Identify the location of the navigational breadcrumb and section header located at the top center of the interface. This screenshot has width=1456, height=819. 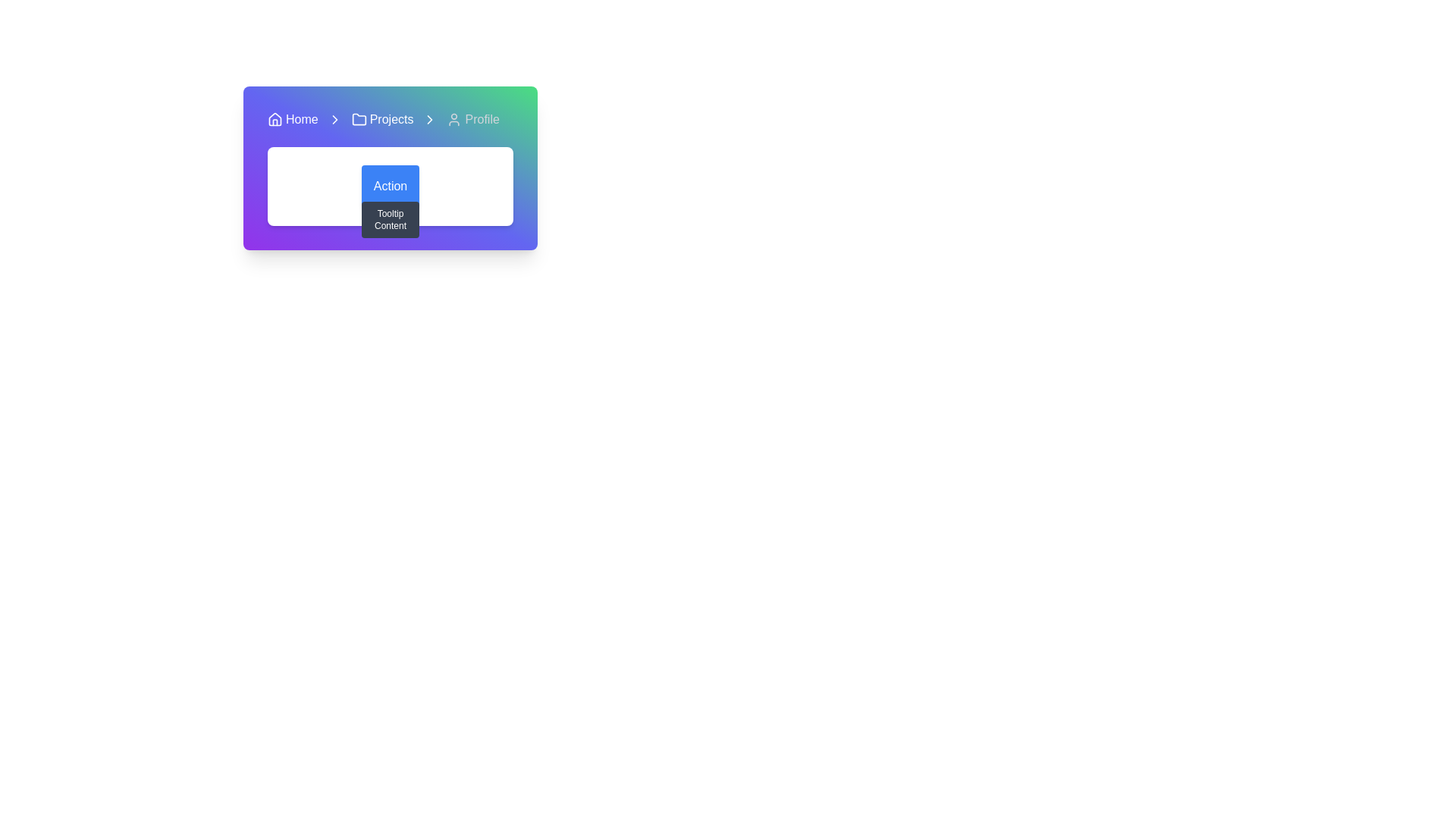
(390, 168).